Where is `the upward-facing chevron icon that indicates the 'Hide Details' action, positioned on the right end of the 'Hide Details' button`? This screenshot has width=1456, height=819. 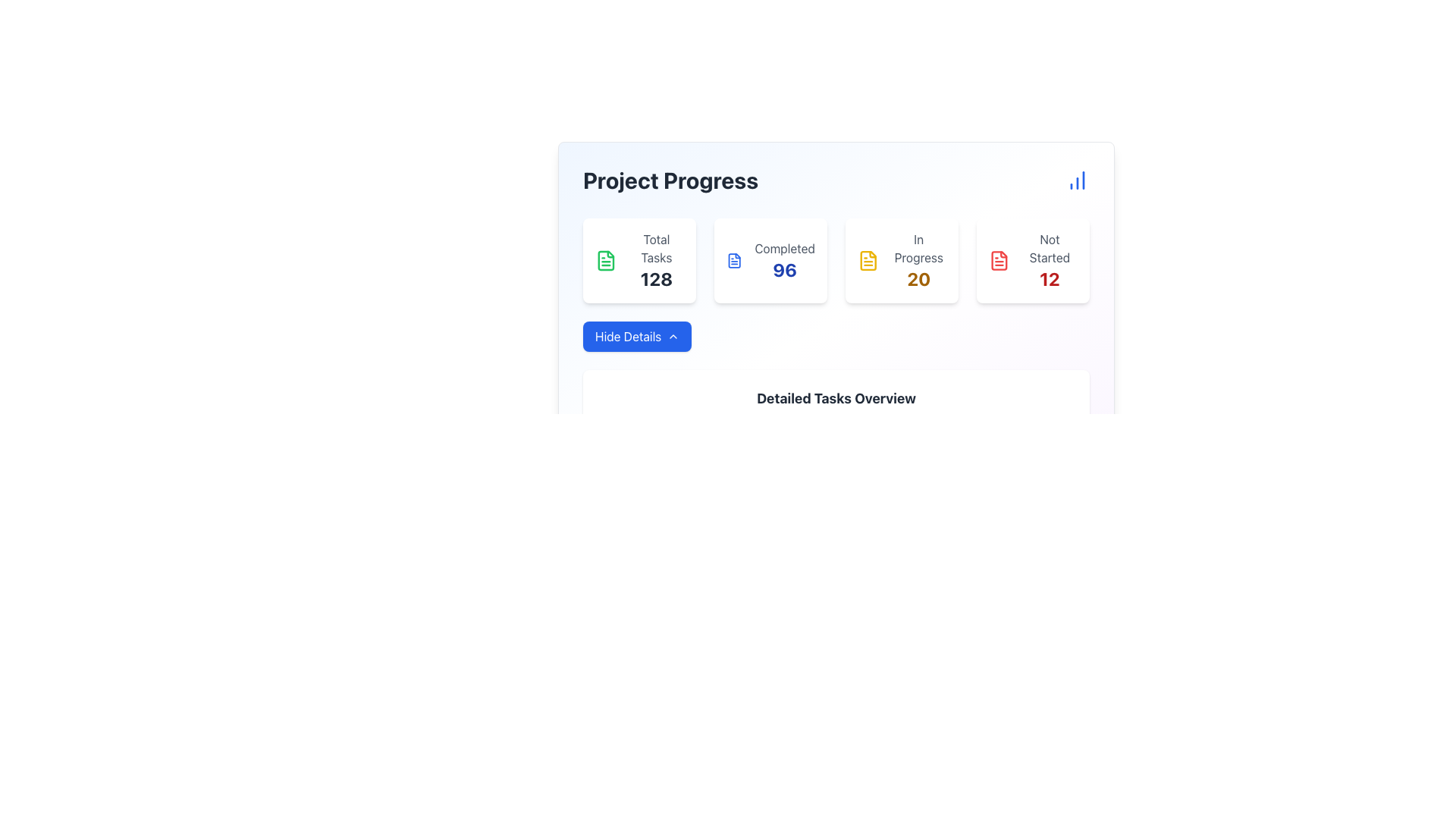
the upward-facing chevron icon that indicates the 'Hide Details' action, positioned on the right end of the 'Hide Details' button is located at coordinates (673, 335).